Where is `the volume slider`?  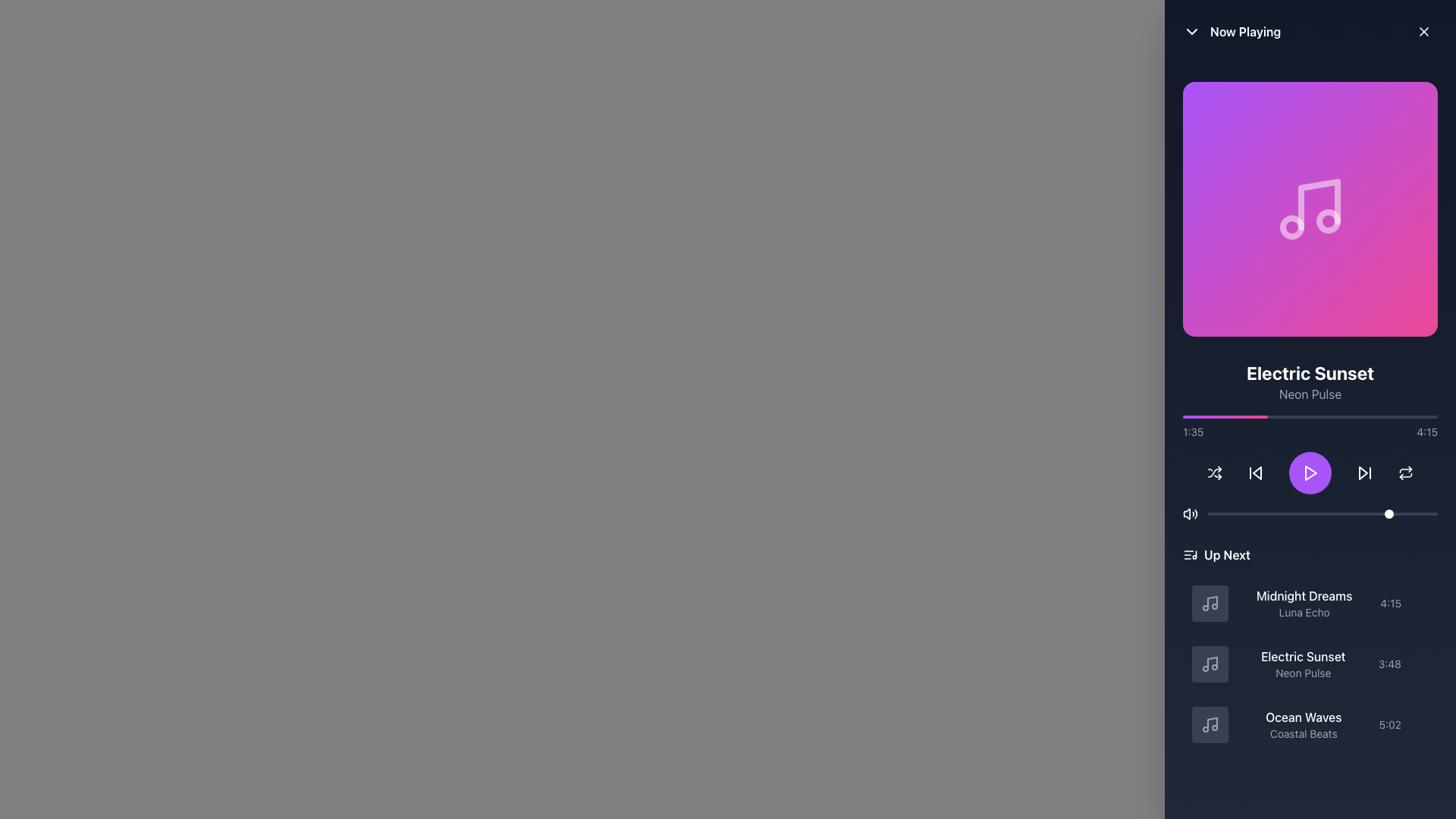
the volume slider is located at coordinates (1244, 513).